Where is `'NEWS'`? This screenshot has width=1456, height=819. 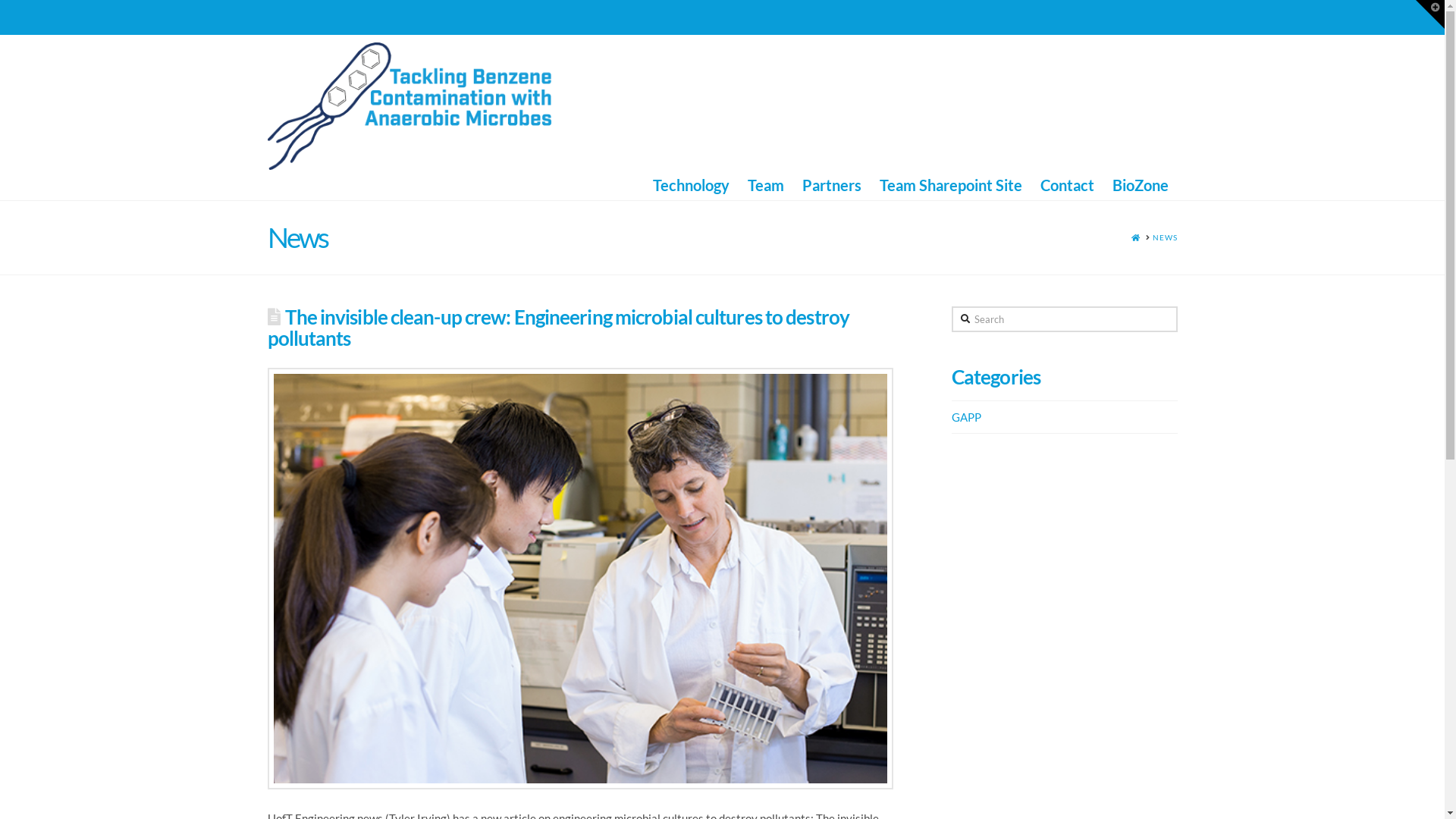
'NEWS' is located at coordinates (1164, 237).